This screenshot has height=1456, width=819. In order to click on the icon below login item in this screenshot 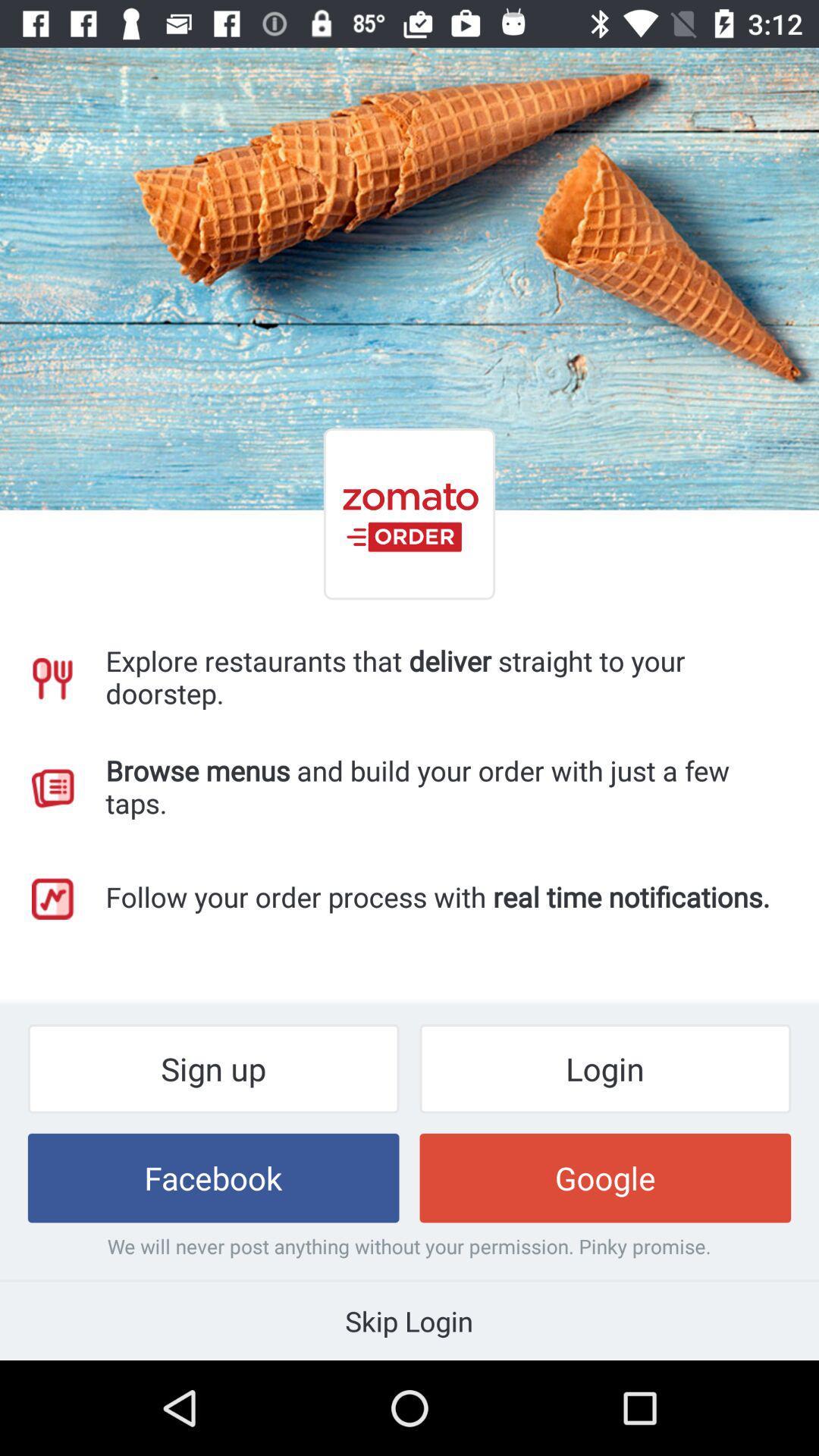, I will do `click(604, 1177)`.